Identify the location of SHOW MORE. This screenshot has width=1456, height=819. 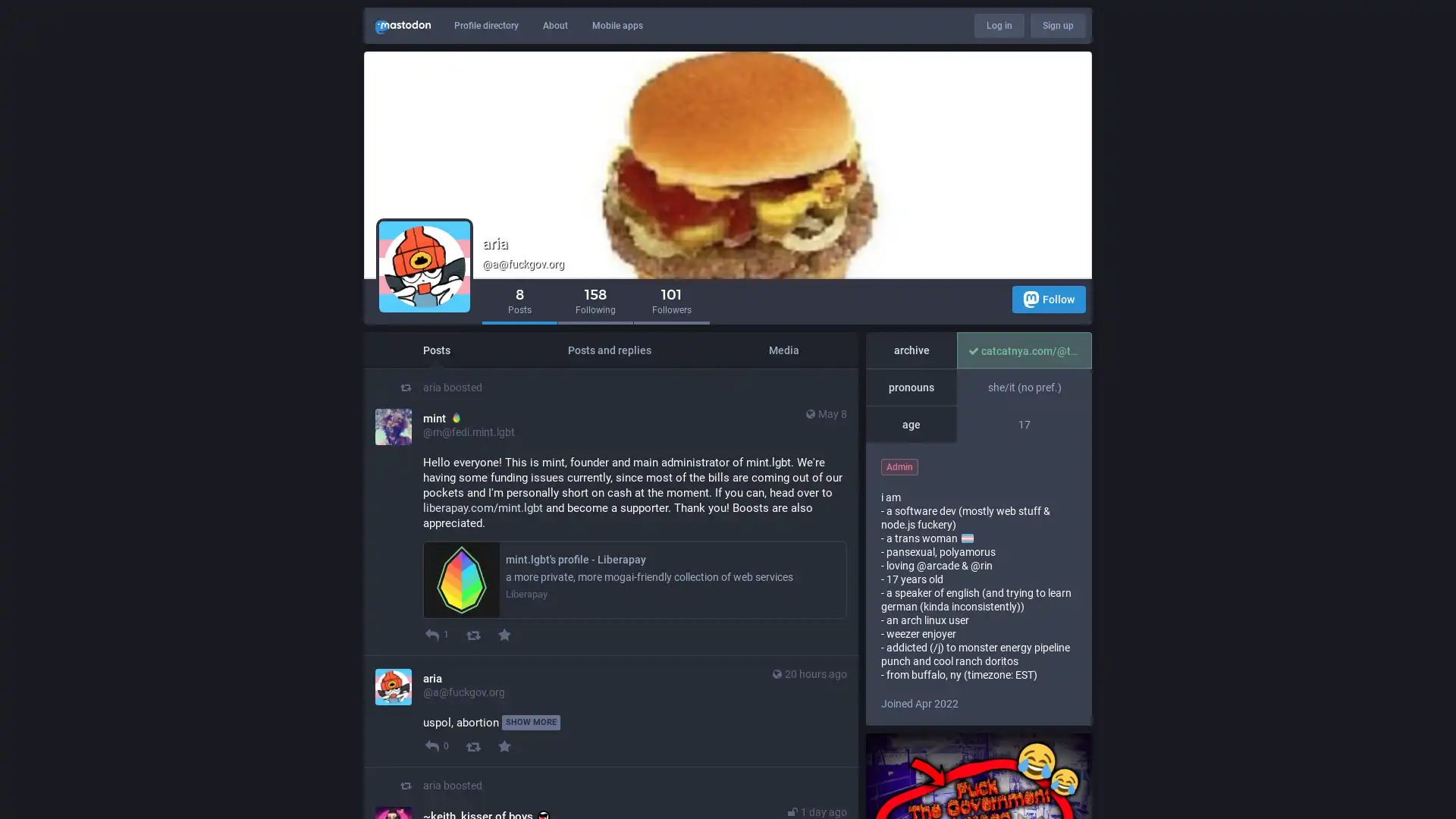
(531, 721).